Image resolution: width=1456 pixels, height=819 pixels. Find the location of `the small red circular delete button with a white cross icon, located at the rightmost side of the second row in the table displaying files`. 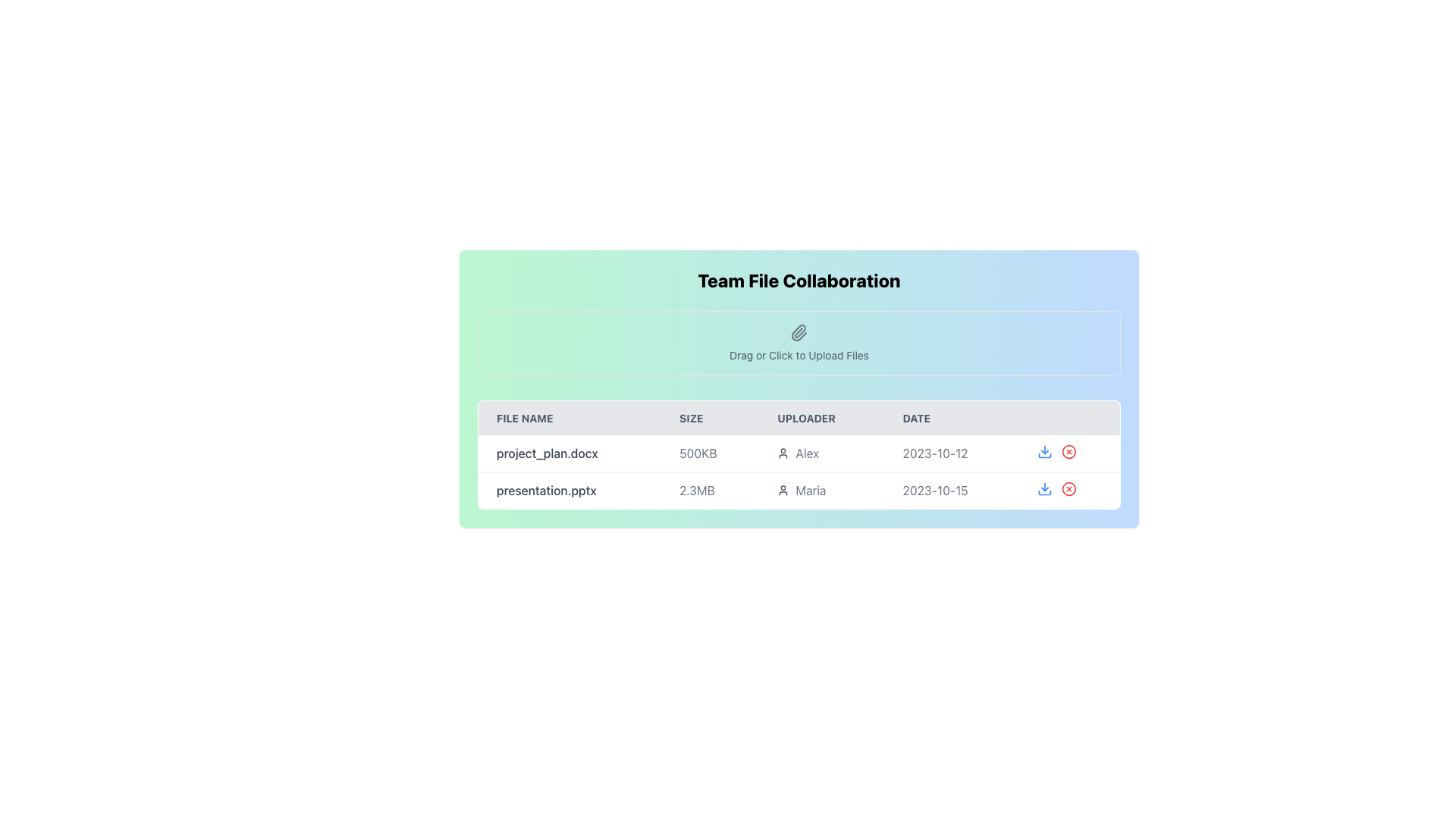

the small red circular delete button with a white cross icon, located at the rightmost side of the second row in the table displaying files is located at coordinates (1068, 451).